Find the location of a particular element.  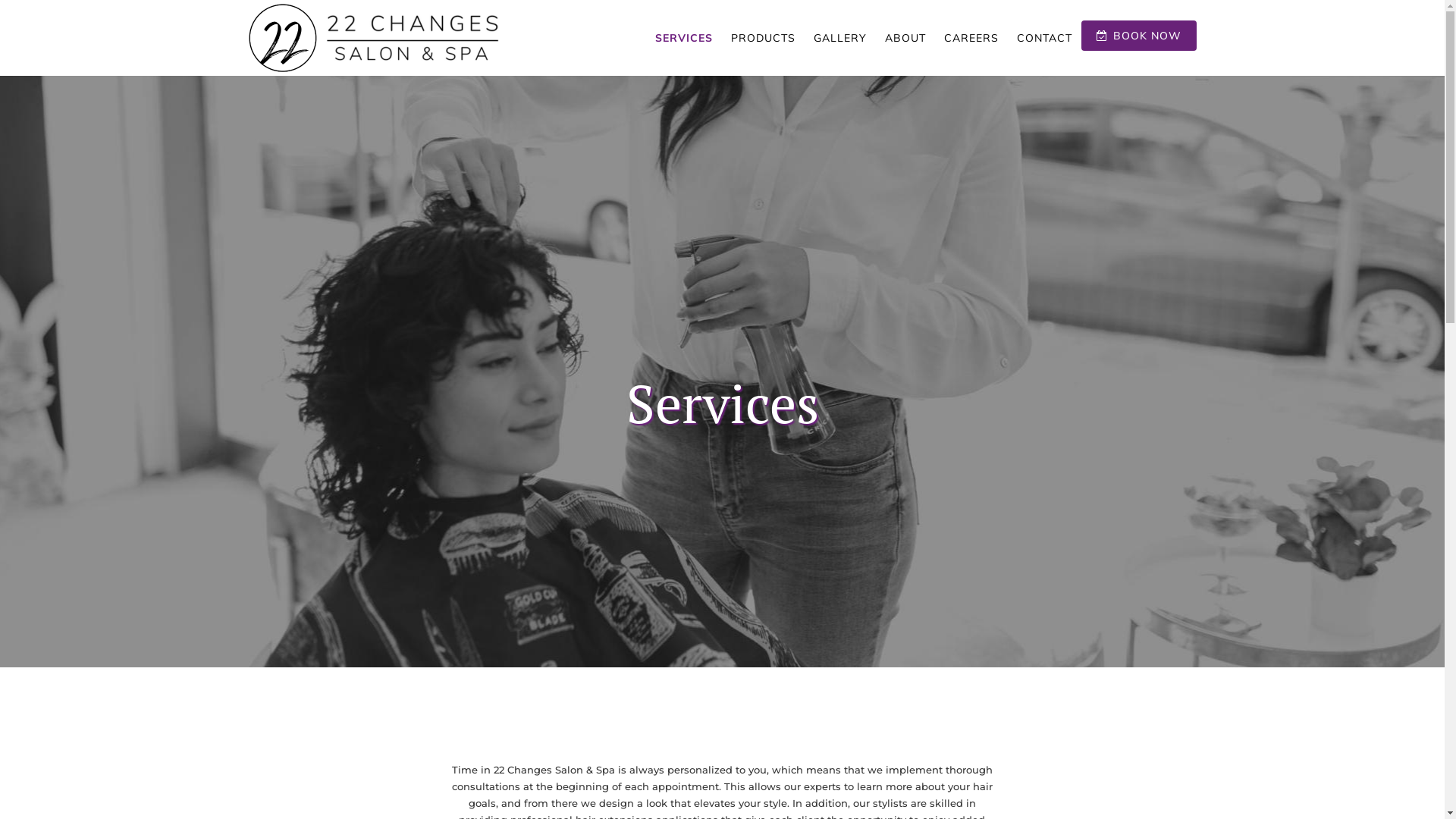

'SERVICES' is located at coordinates (683, 37).